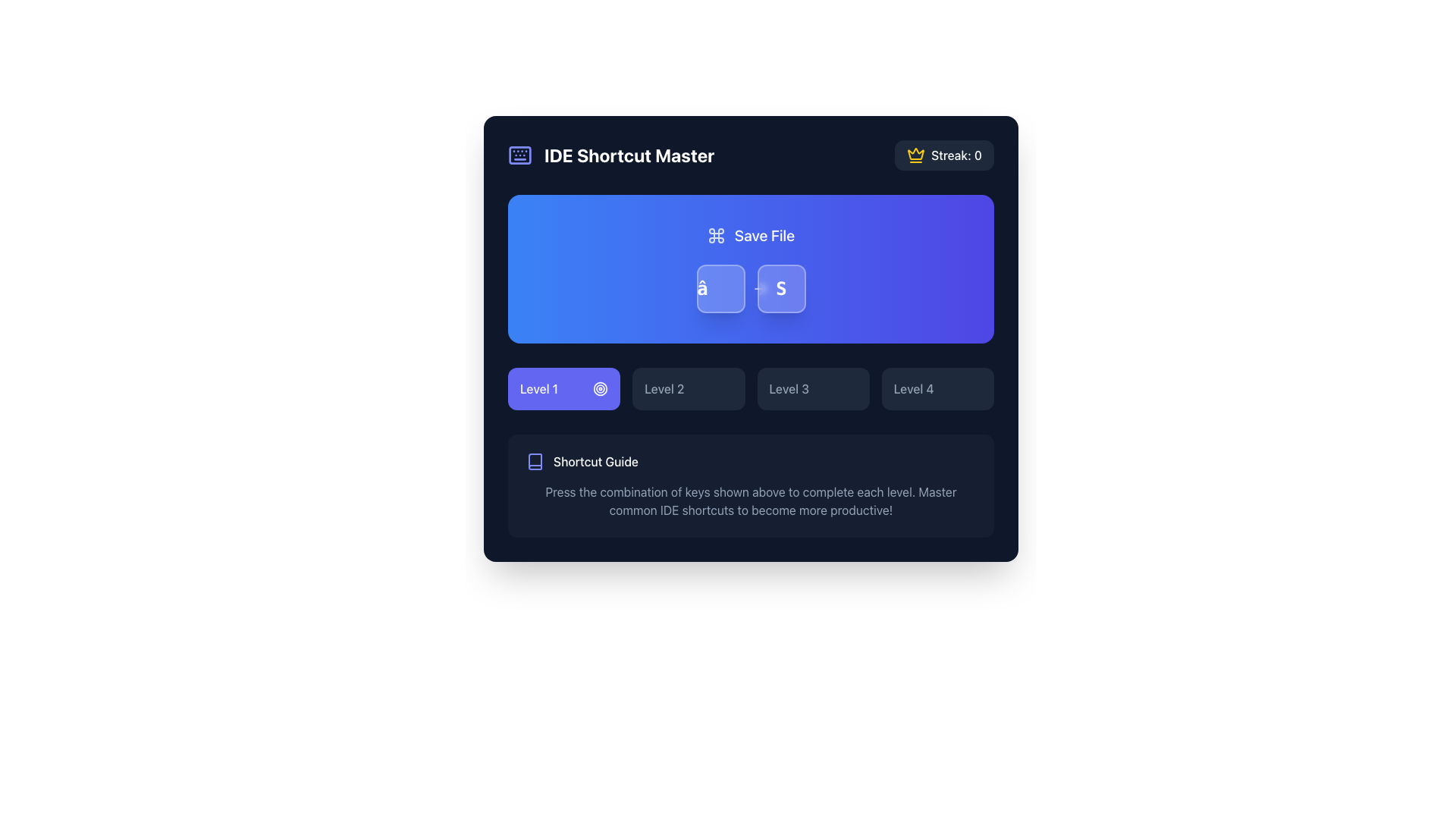  I want to click on the save action element, which is represented by a combination of an icon and a text label, positioned above the 'â' and 'S' buttons in a blue gradient block, so click(751, 236).